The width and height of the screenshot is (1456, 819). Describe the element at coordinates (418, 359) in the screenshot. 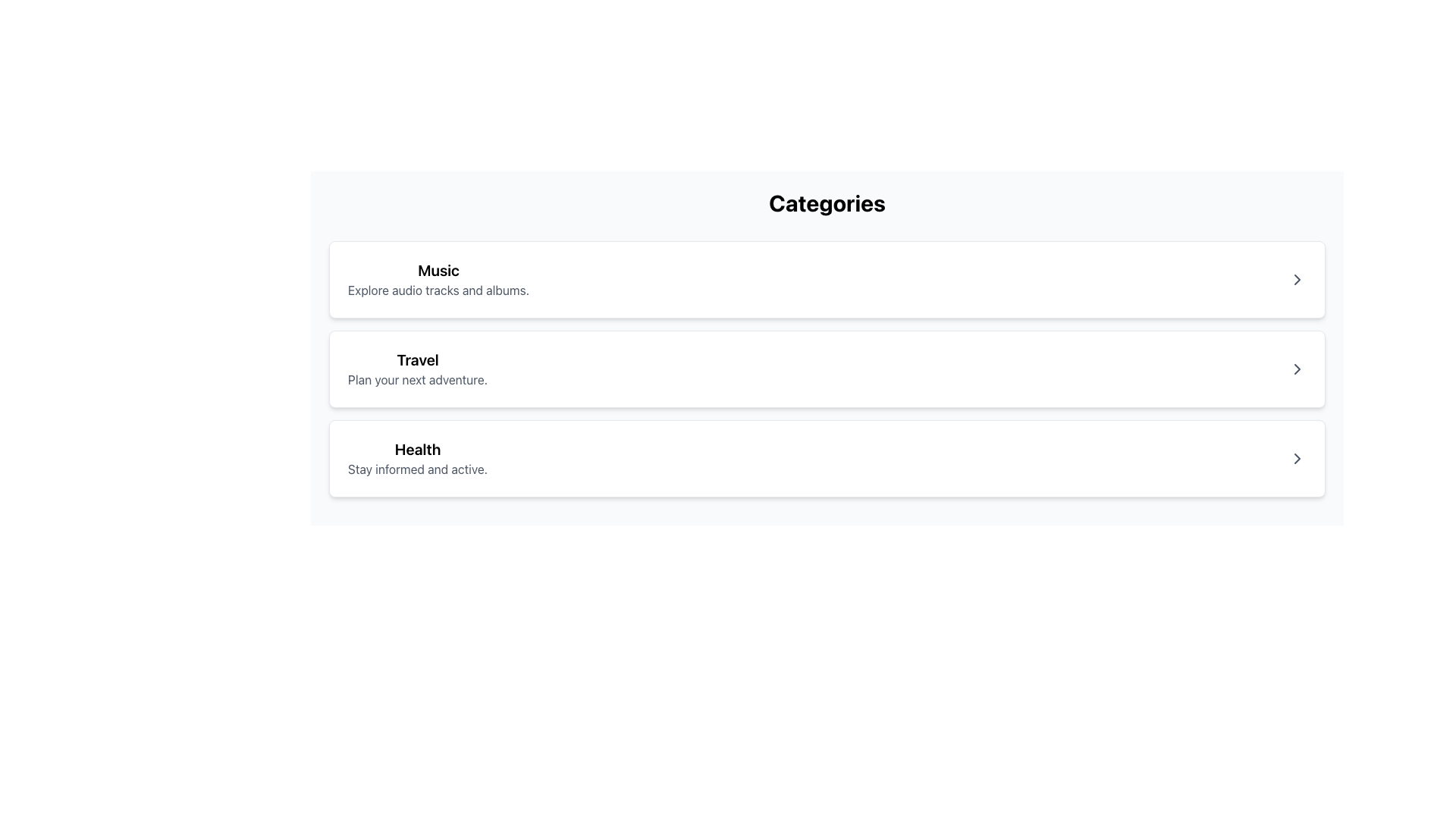

I see `the bold text label reading 'Travel' located in the second card under the 'Categories' header, positioned above the description text 'Plan your next adventure.'` at that location.